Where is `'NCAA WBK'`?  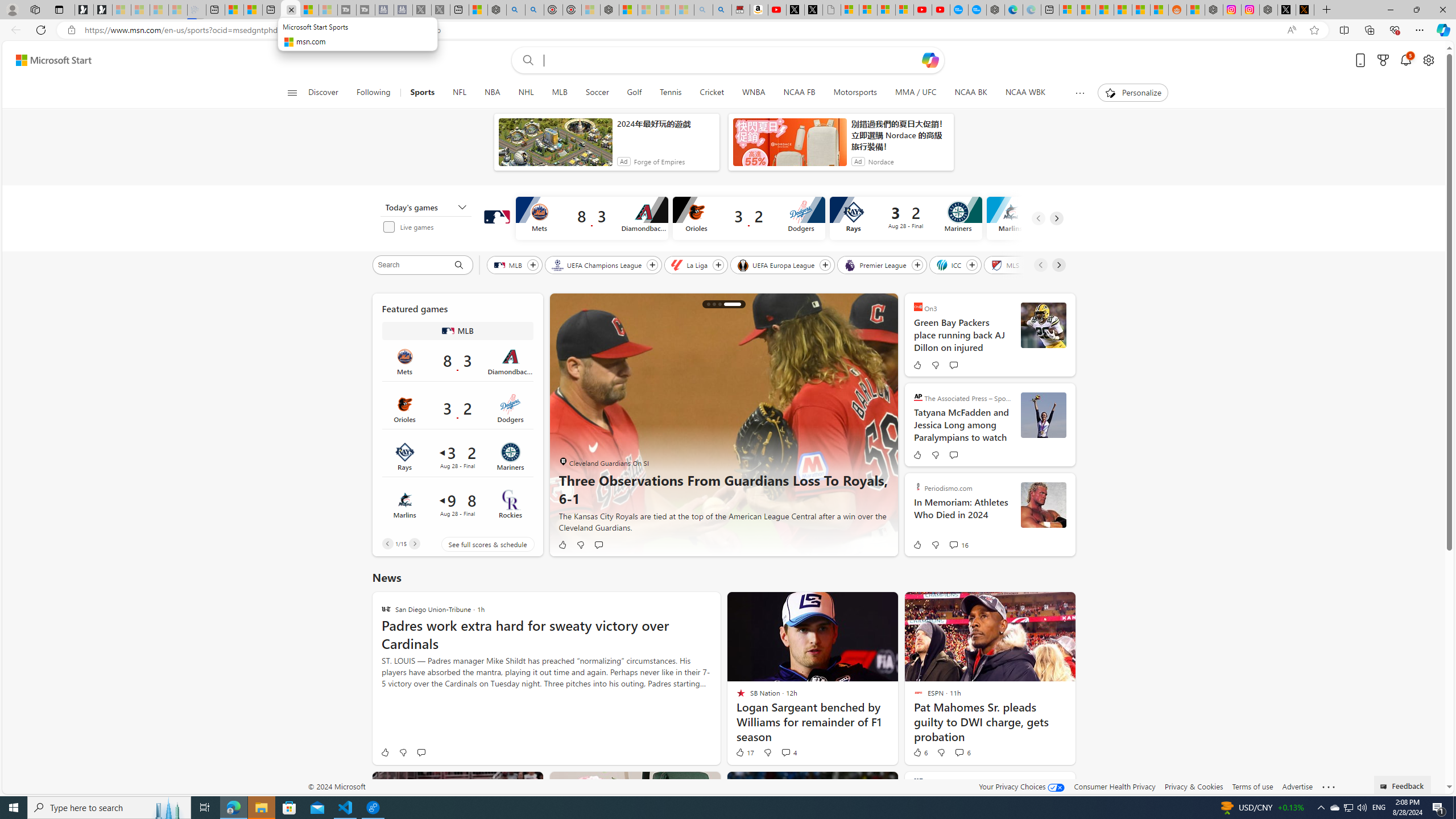
'NCAA WBK' is located at coordinates (1024, 92).